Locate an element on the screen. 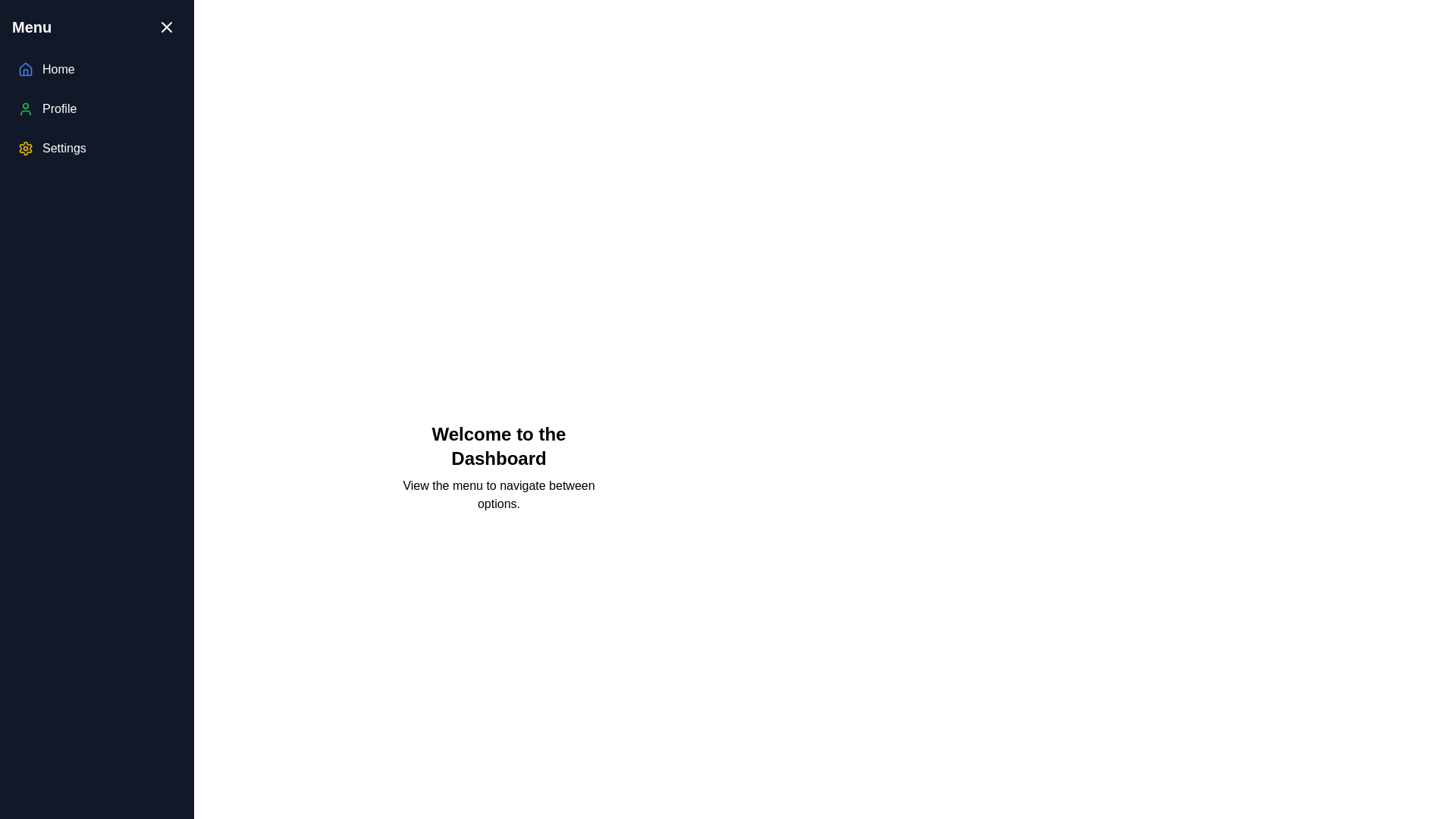  the prominent text label displaying 'Menu' in bold at the top-left corner of the sidebar panel is located at coordinates (32, 27).